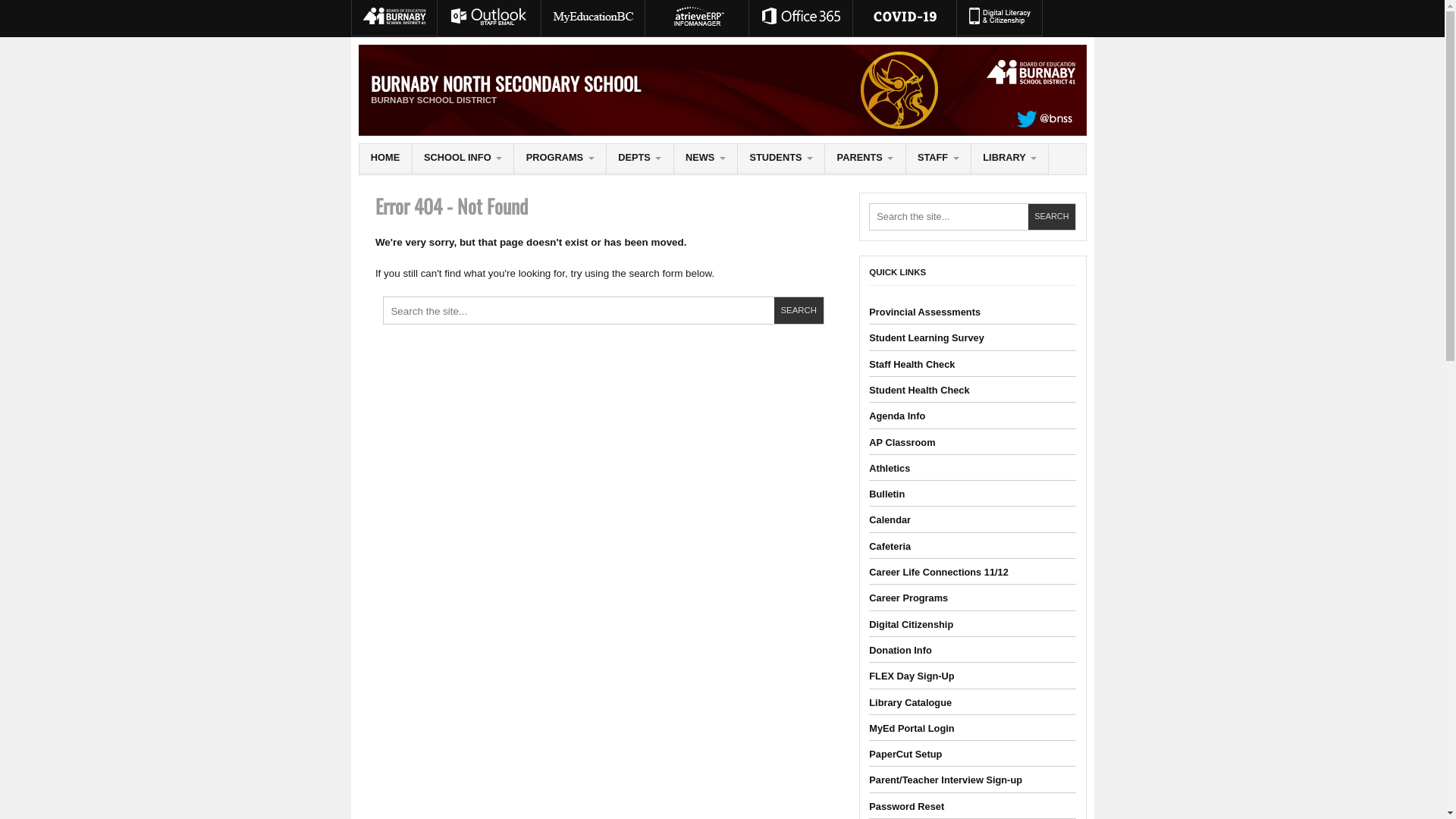 This screenshot has height=819, width=1456. Describe the element at coordinates (890, 546) in the screenshot. I see `'Cafeteria'` at that location.